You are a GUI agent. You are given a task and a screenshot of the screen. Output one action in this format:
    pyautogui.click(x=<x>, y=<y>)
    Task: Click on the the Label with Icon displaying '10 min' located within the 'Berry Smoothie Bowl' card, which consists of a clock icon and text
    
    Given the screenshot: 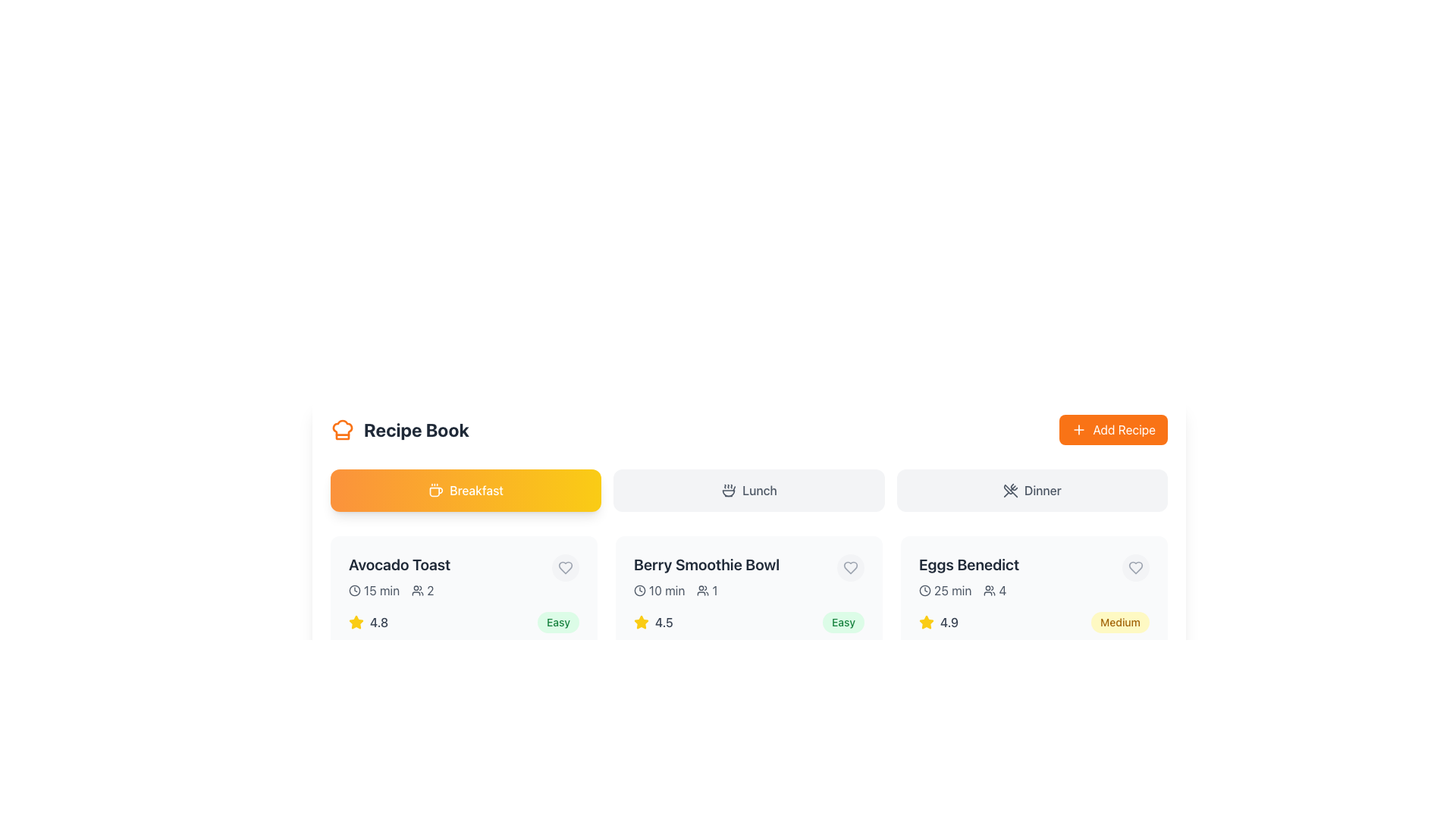 What is the action you would take?
    pyautogui.click(x=659, y=590)
    